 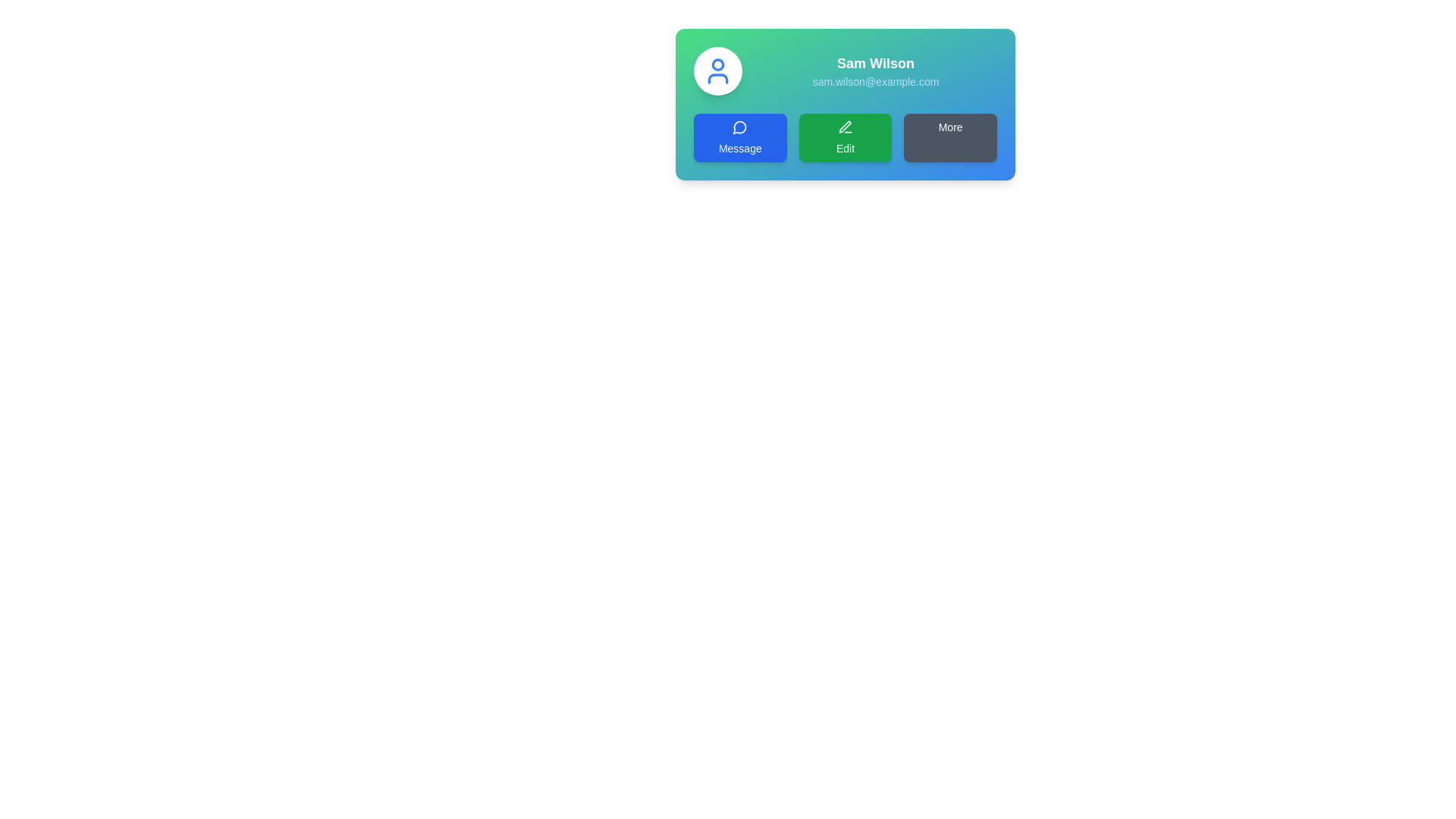 I want to click on the human profile icon with blue lines in a white circular area, so click(x=717, y=71).